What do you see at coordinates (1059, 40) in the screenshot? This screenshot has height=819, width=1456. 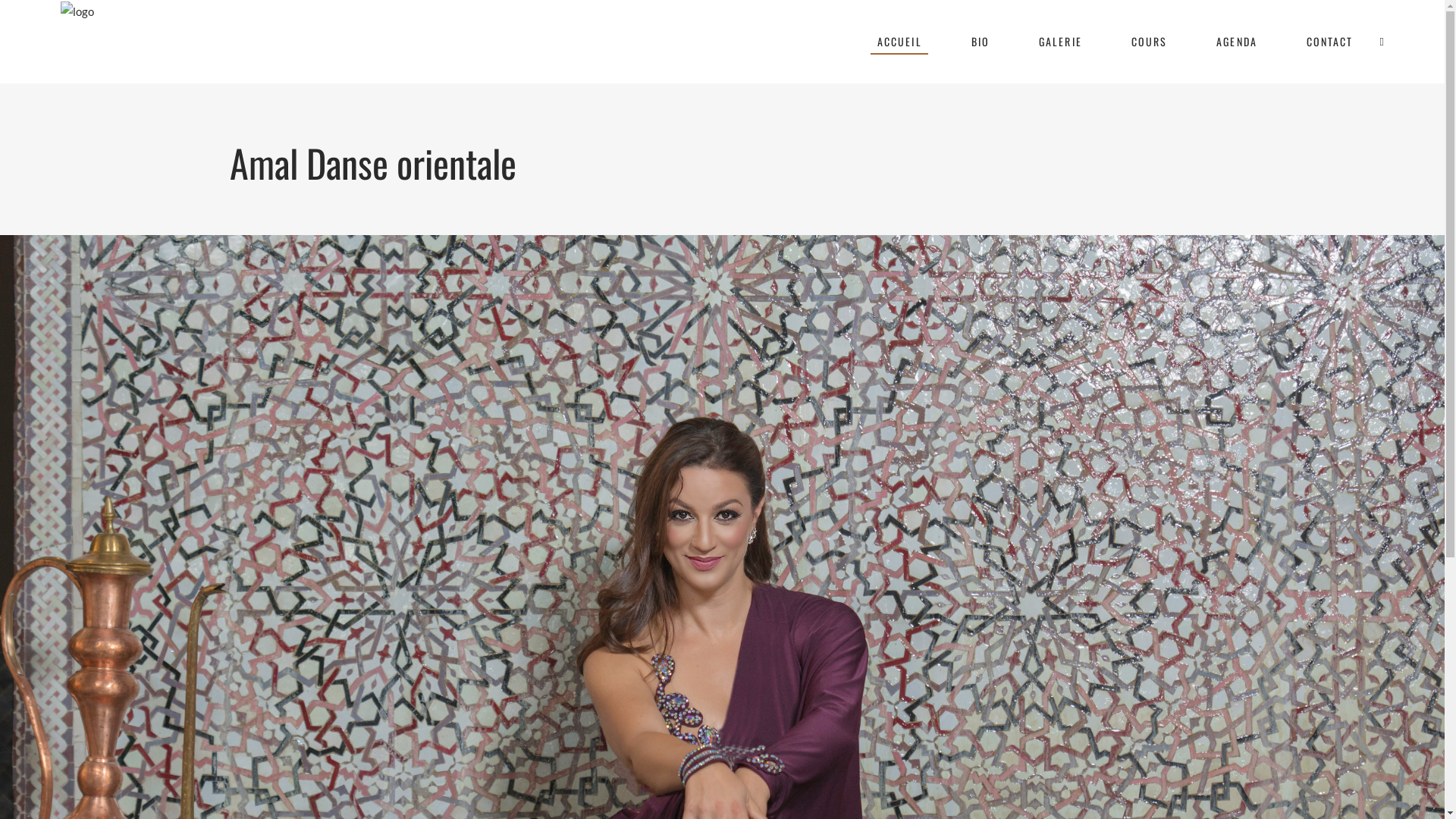 I see `'GALERIE'` at bounding box center [1059, 40].